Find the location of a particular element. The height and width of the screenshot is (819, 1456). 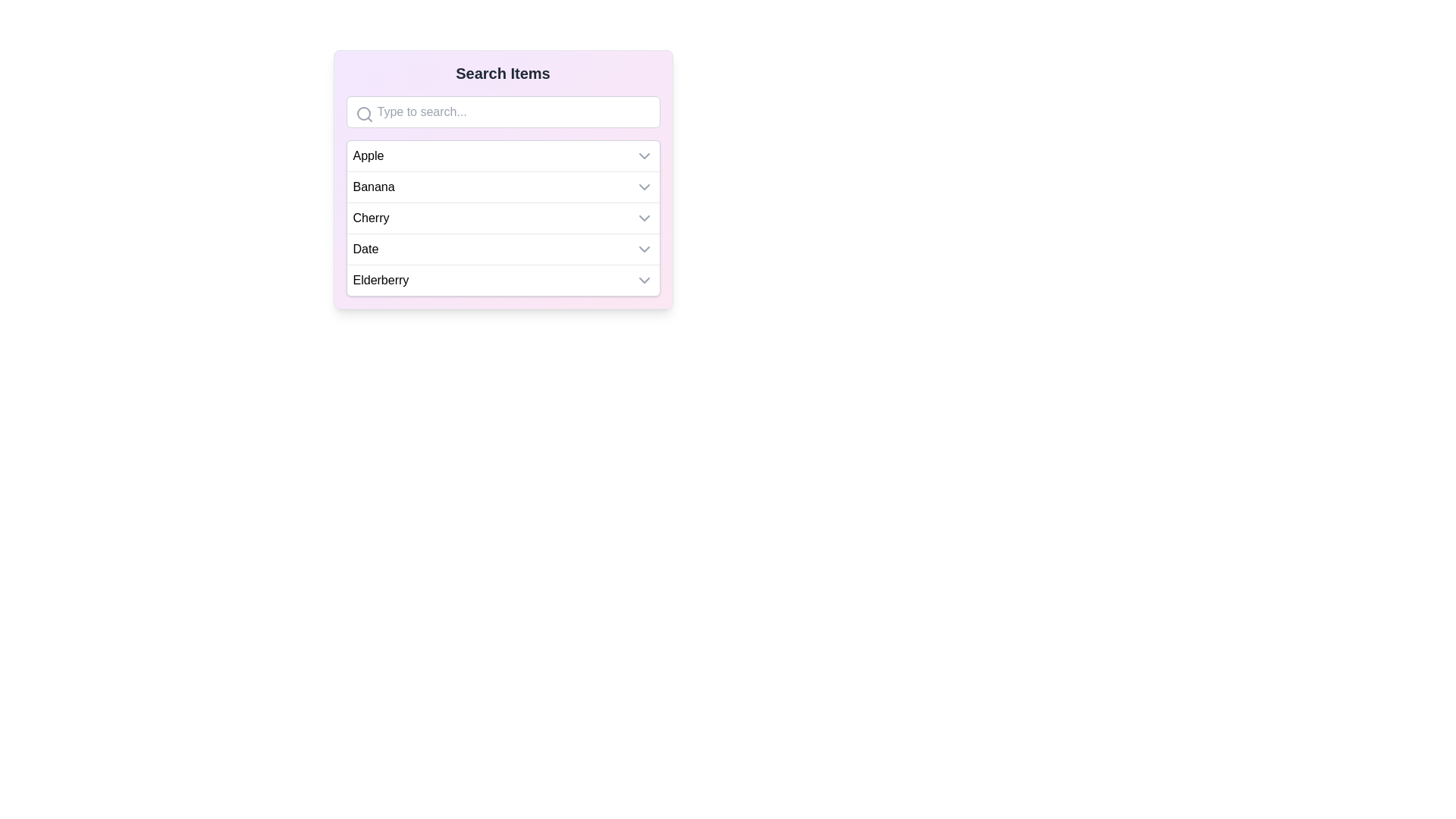

the downward-pointing chevron icon located to the right of the text 'Banana' in the second row of the vertical list to trigger potential hover effects is located at coordinates (644, 186).